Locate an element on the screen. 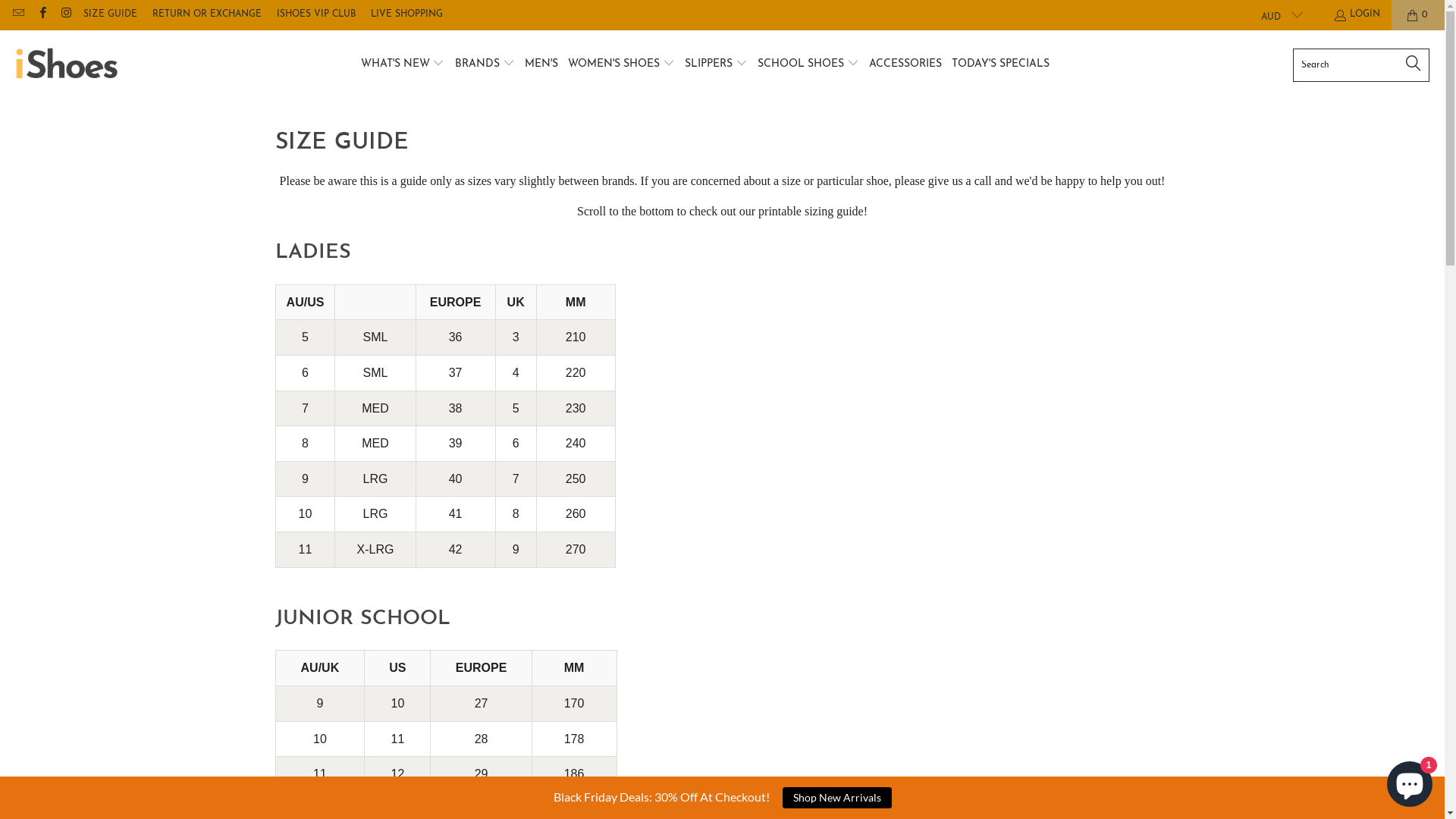 Image resolution: width=1456 pixels, height=819 pixels. 'Email iShoes' is located at coordinates (11, 14).